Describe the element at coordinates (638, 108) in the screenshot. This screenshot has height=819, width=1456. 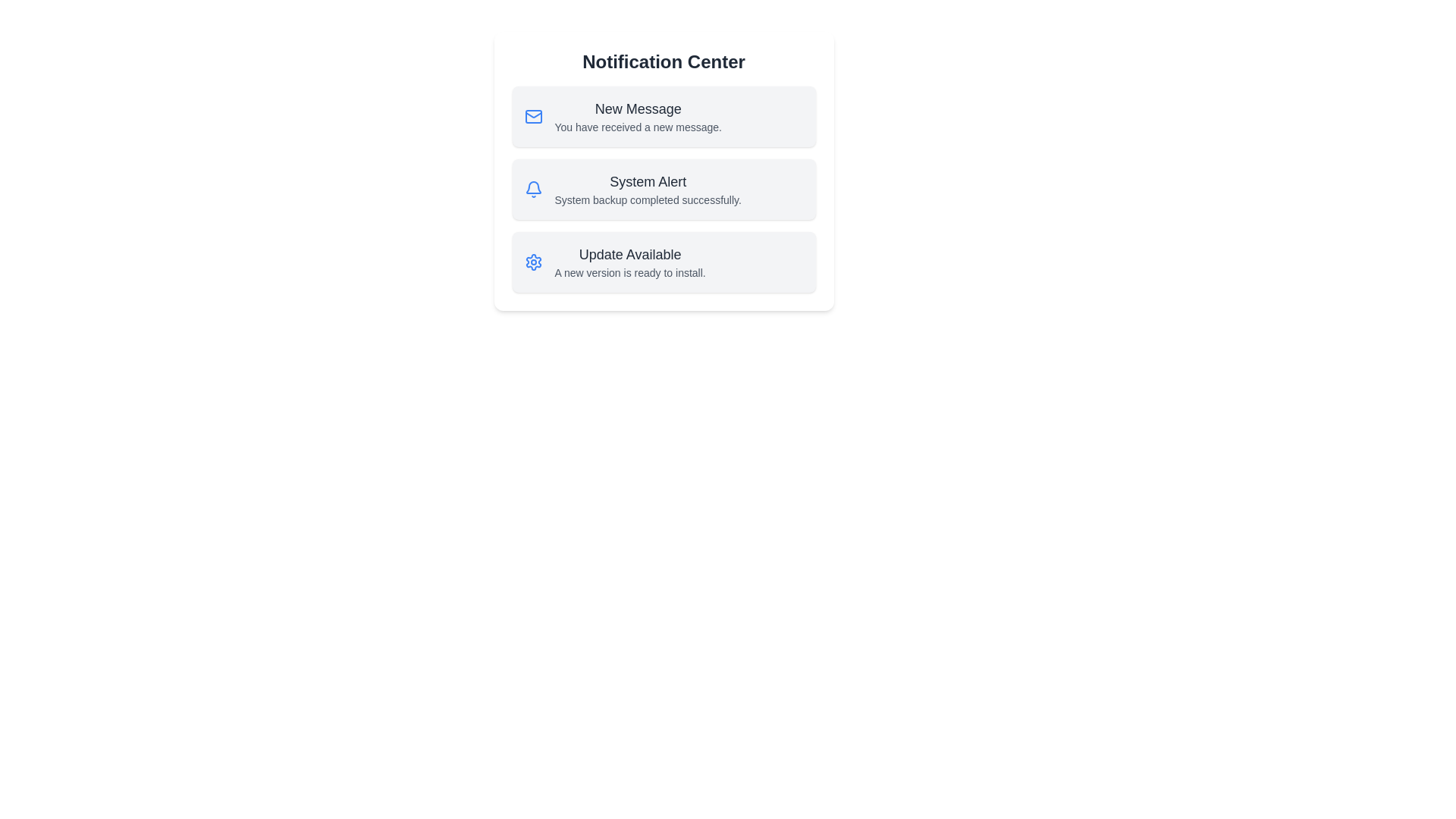
I see `text label 'New Message' displayed prominently in dark gray within the notification card located at the top of the Notification Center` at that location.